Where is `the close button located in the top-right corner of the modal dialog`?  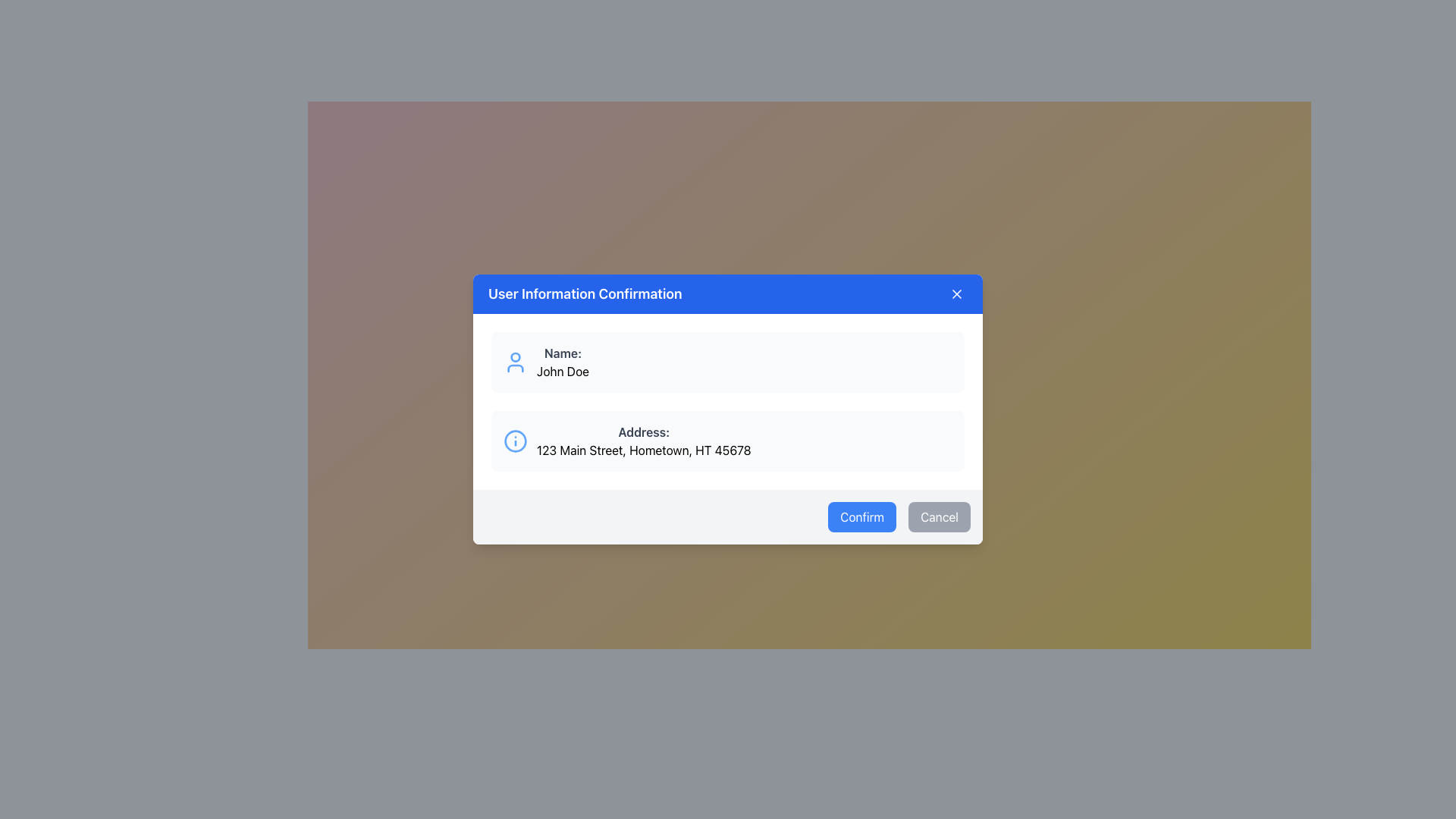 the close button located in the top-right corner of the modal dialog is located at coordinates (956, 294).